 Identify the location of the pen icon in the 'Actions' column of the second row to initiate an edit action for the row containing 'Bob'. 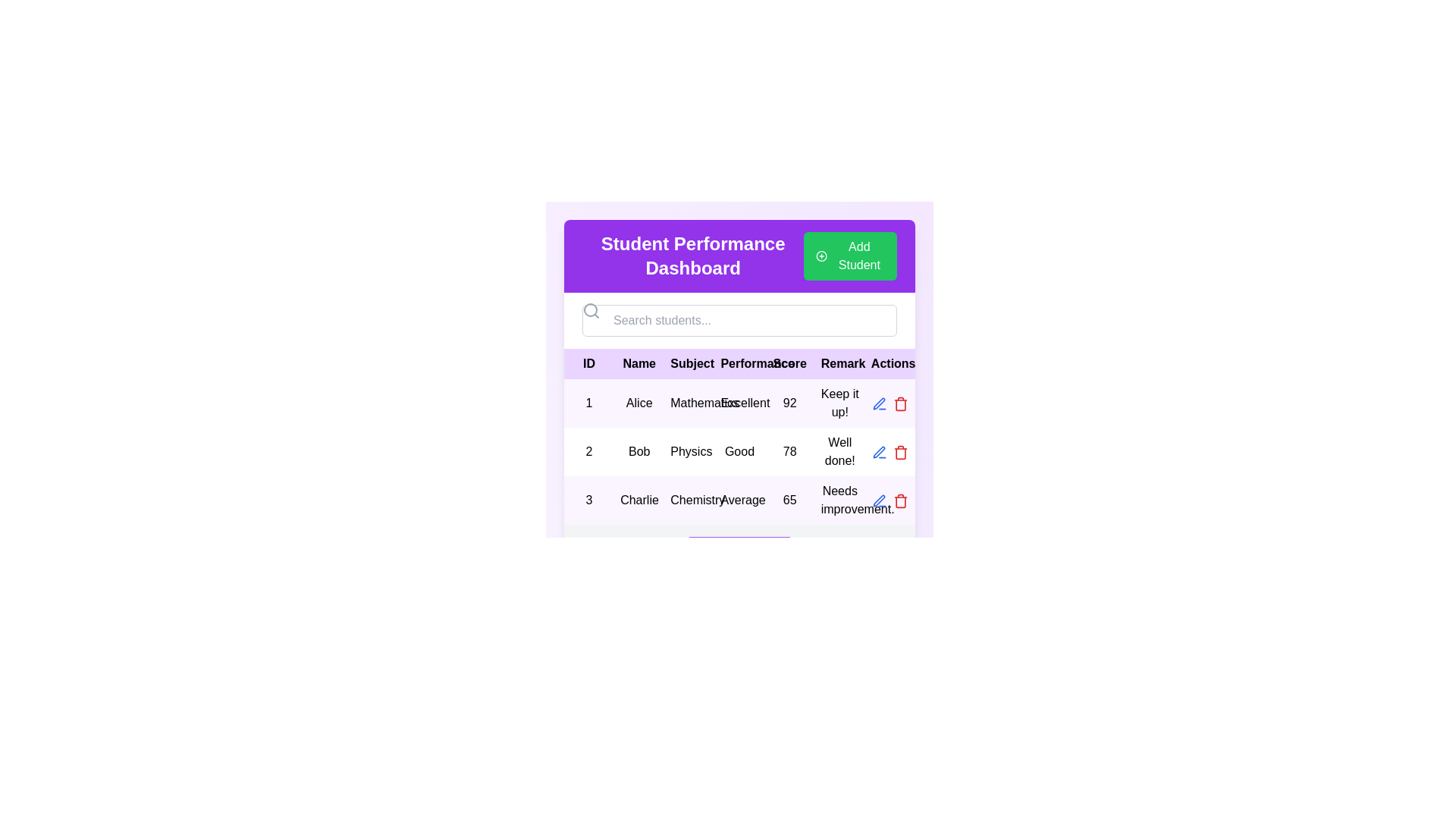
(879, 403).